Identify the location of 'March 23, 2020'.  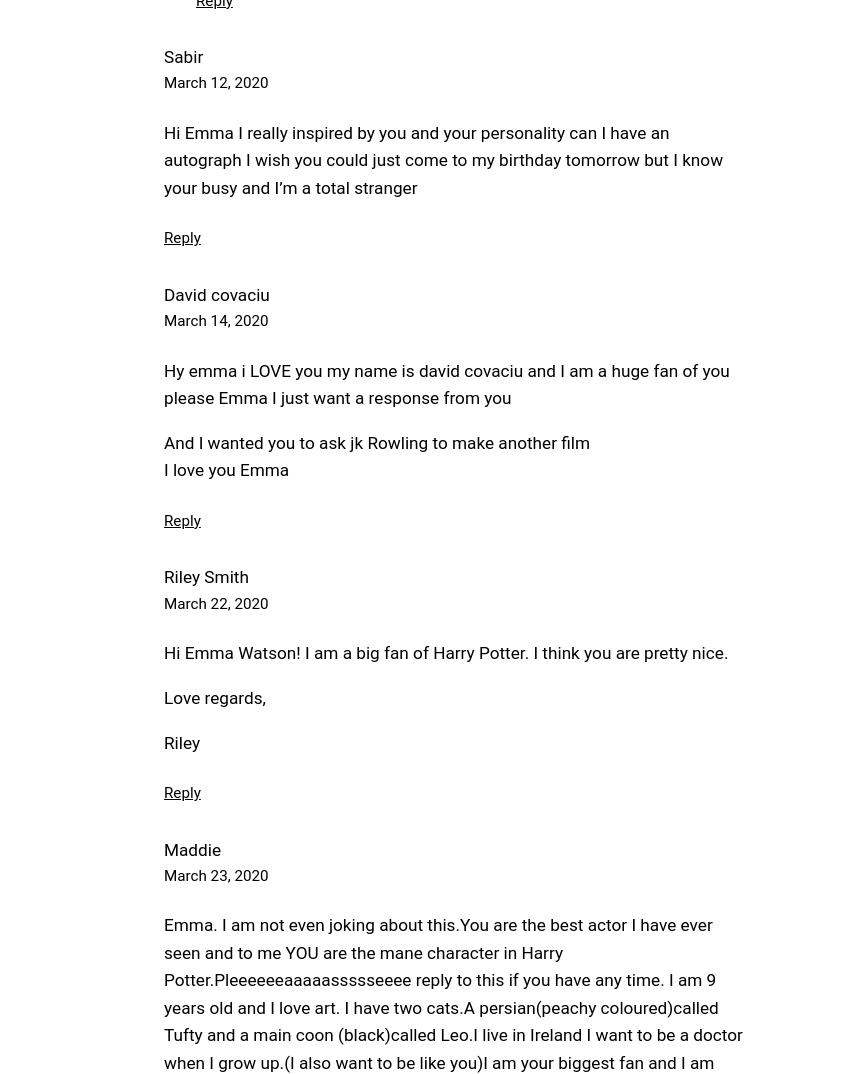
(215, 874).